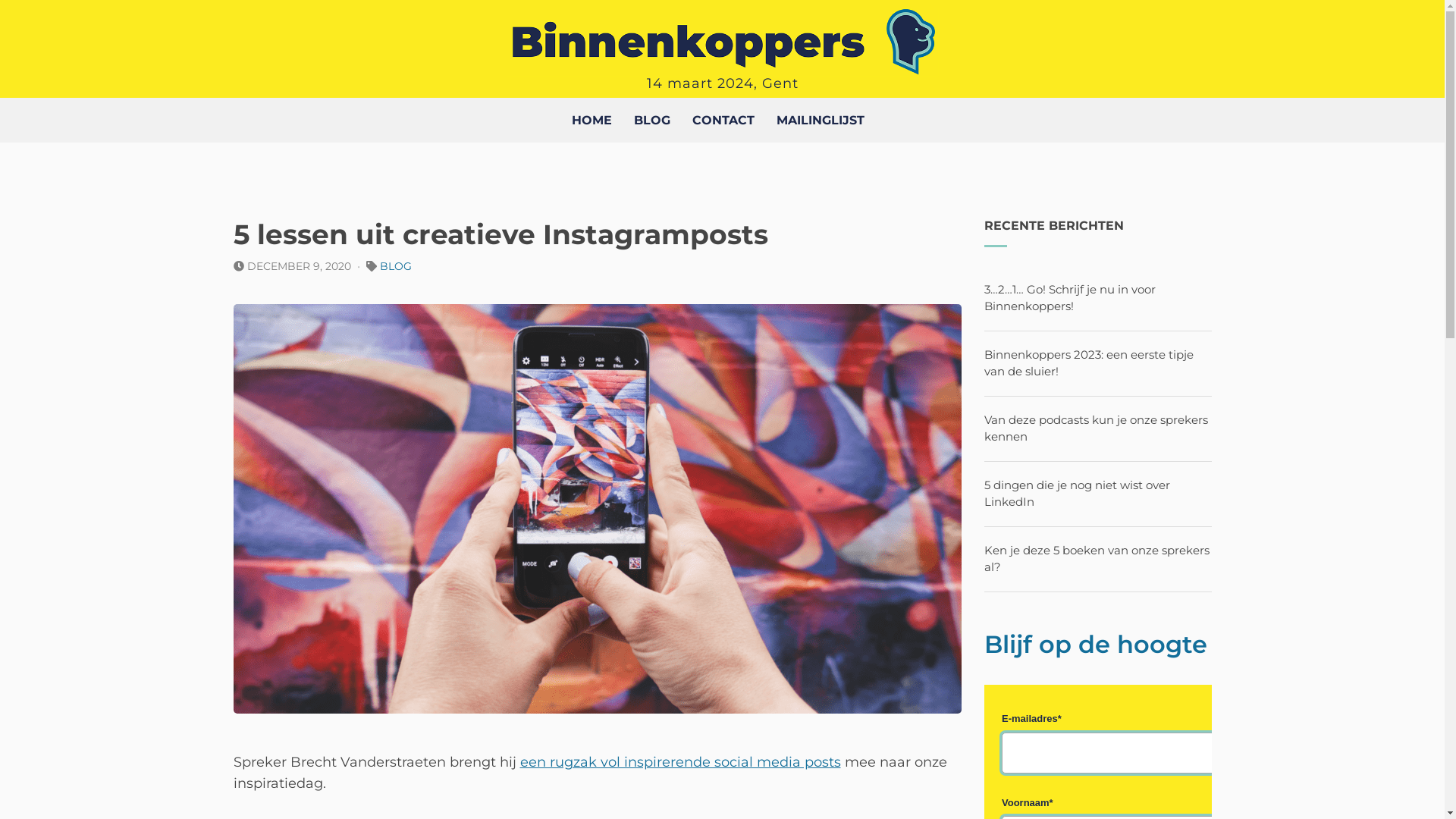 The height and width of the screenshot is (819, 1456). I want to click on 'HOME', so click(591, 119).